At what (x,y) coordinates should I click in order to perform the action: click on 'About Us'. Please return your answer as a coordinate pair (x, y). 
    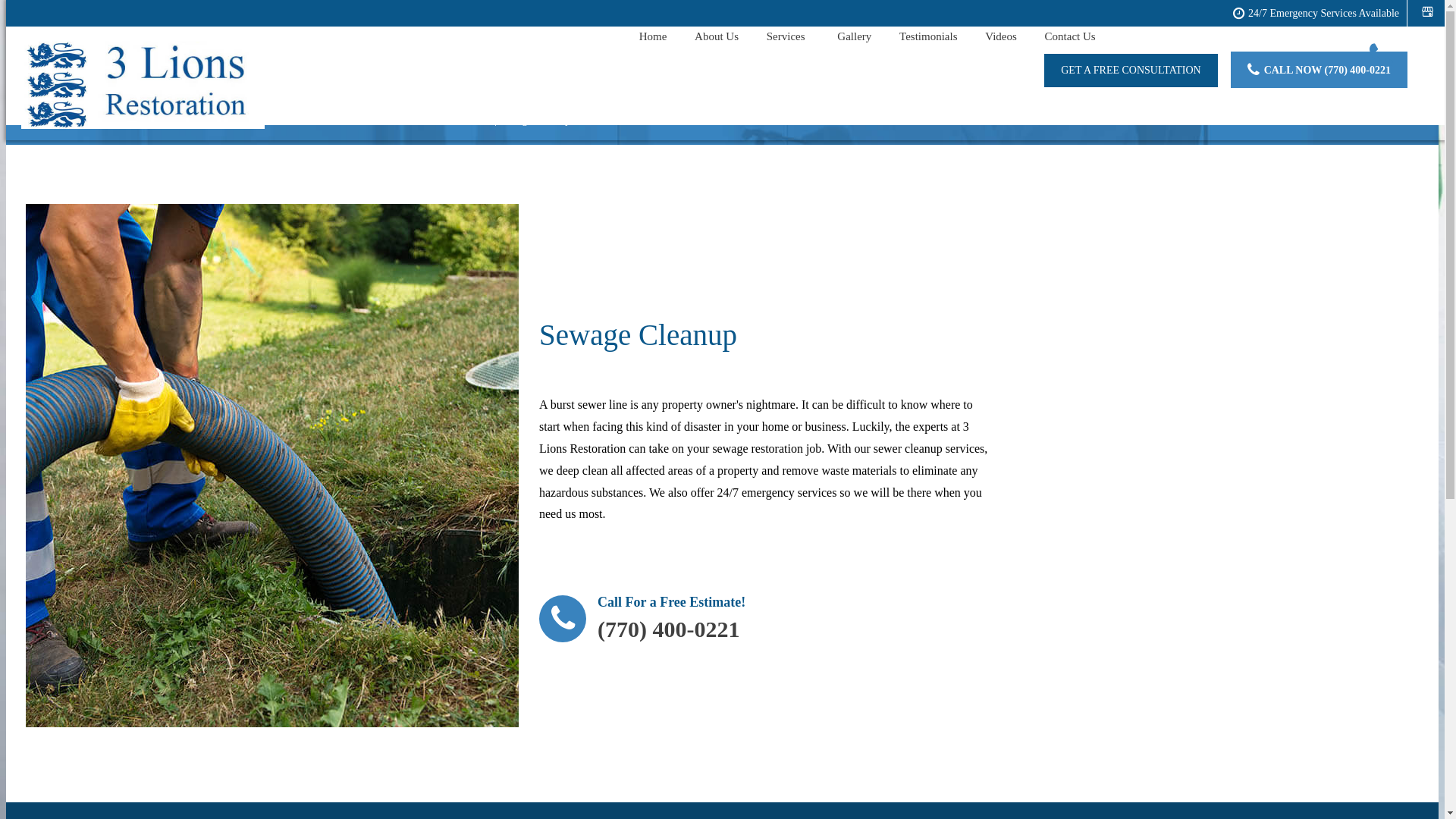
    Looking at the image, I should click on (716, 36).